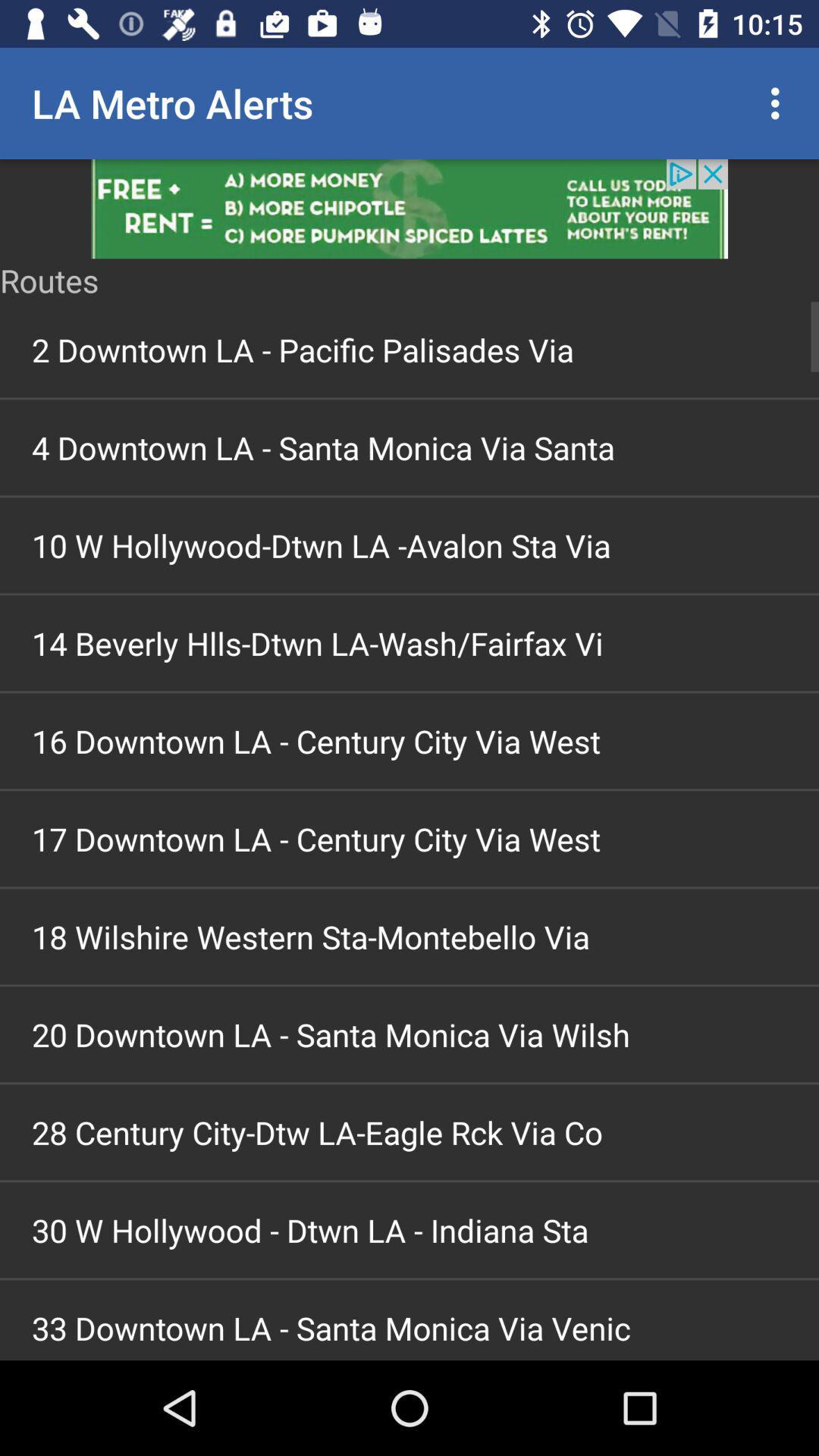  What do you see at coordinates (409, 208) in the screenshot?
I see `open the advertisement link` at bounding box center [409, 208].